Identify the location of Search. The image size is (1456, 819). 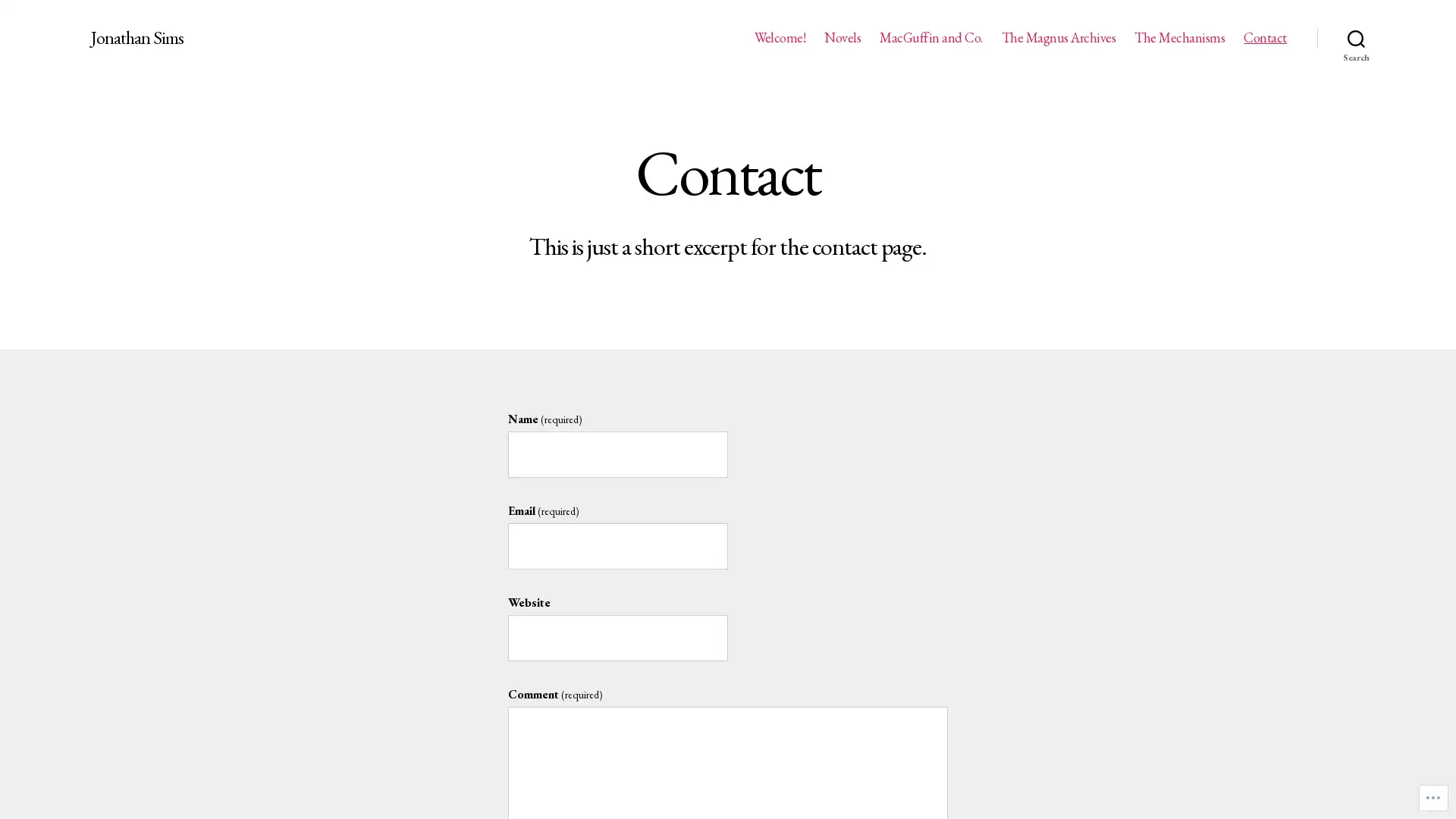
(1356, 37).